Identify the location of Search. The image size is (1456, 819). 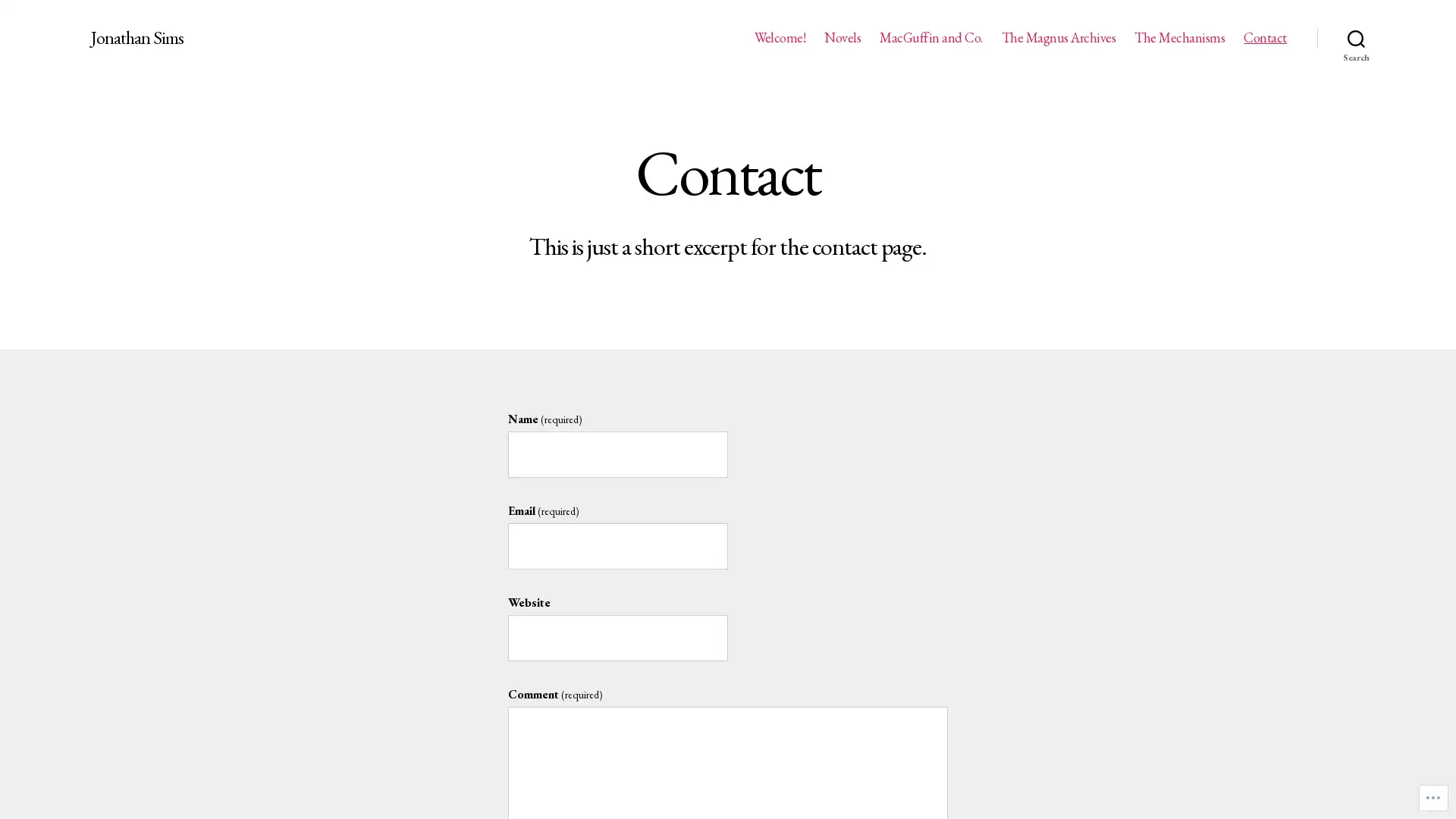
(1356, 37).